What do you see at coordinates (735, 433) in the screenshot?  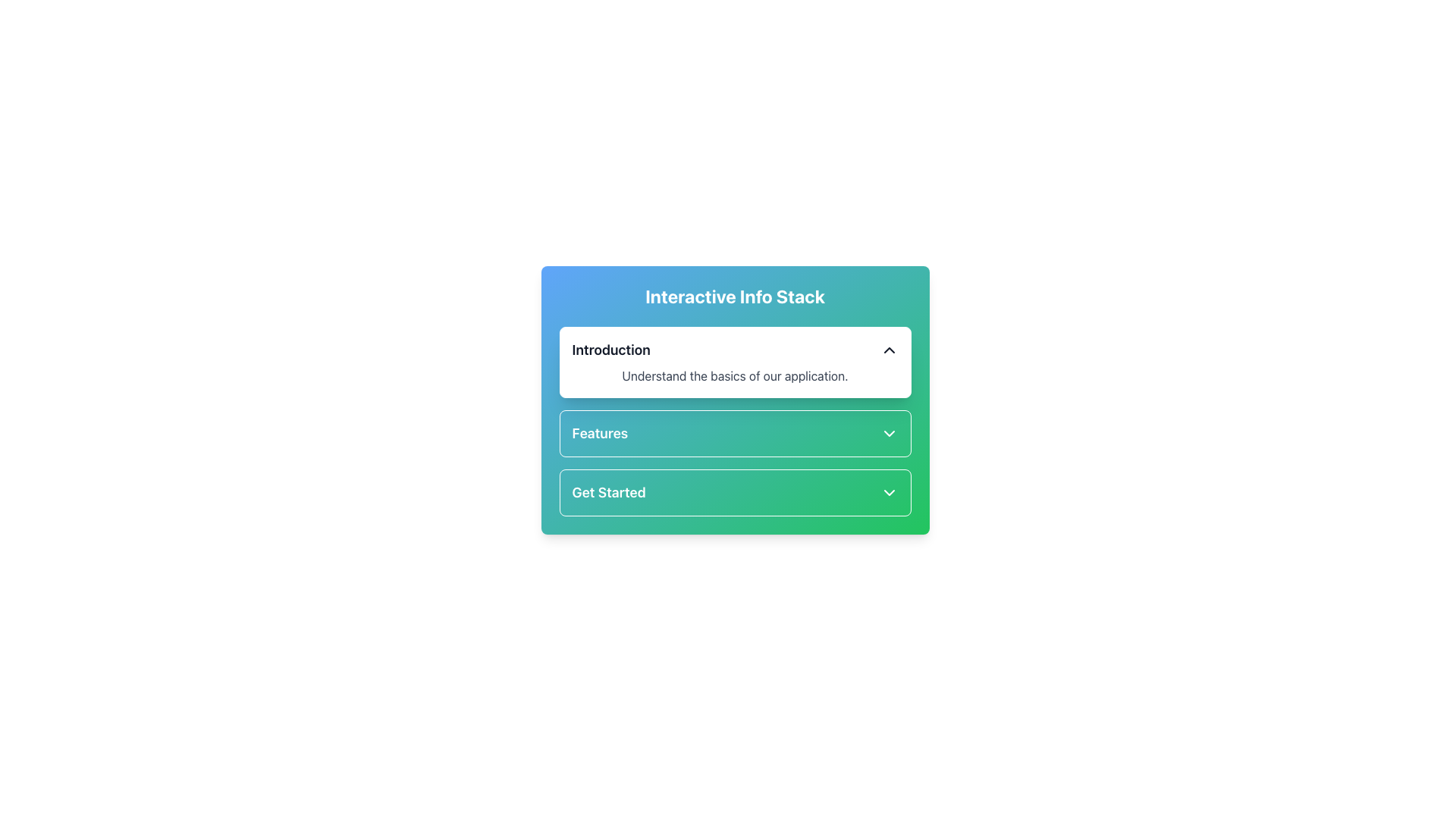 I see `the 'Features' dropdown menu` at bounding box center [735, 433].